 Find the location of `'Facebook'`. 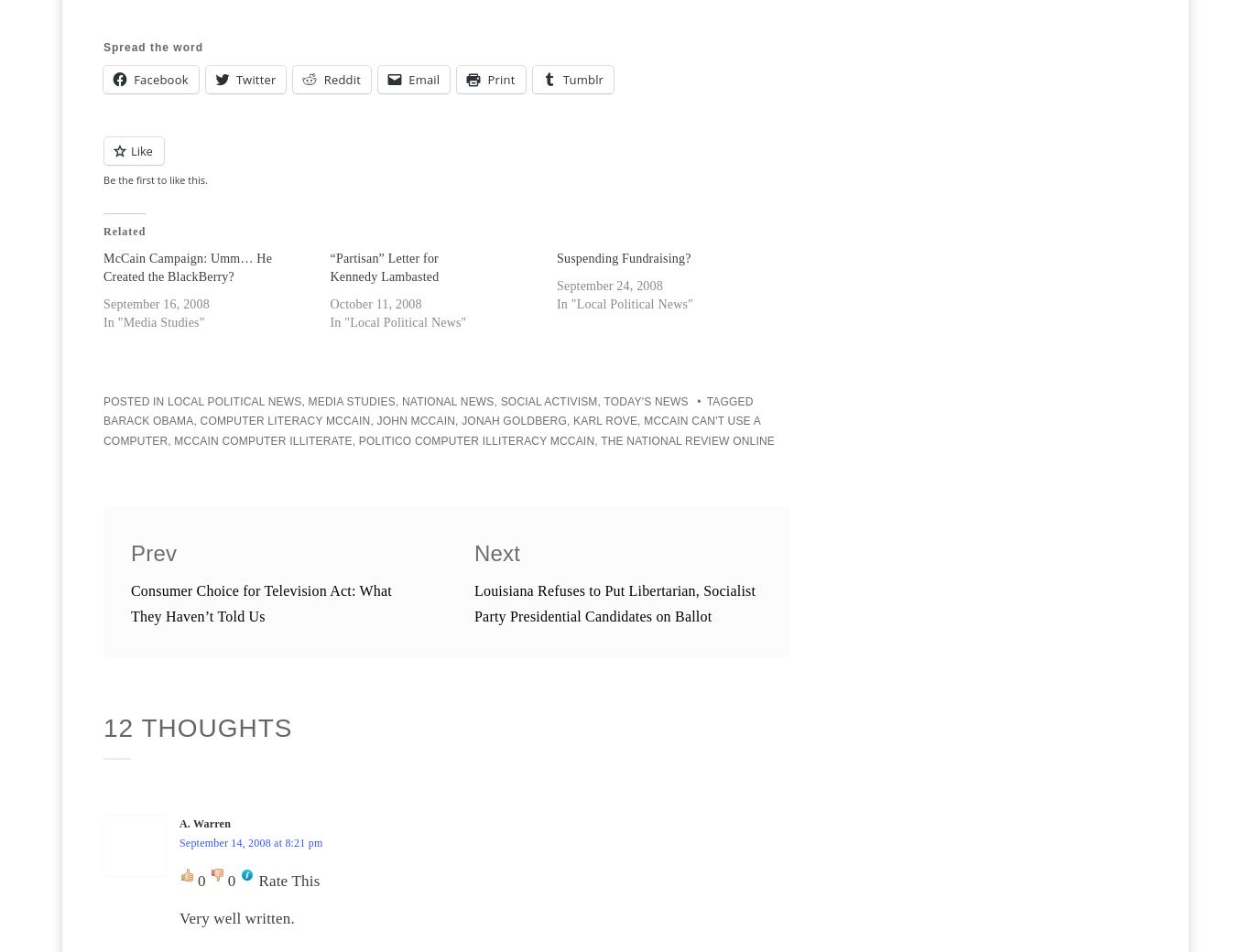

'Facebook' is located at coordinates (159, 78).